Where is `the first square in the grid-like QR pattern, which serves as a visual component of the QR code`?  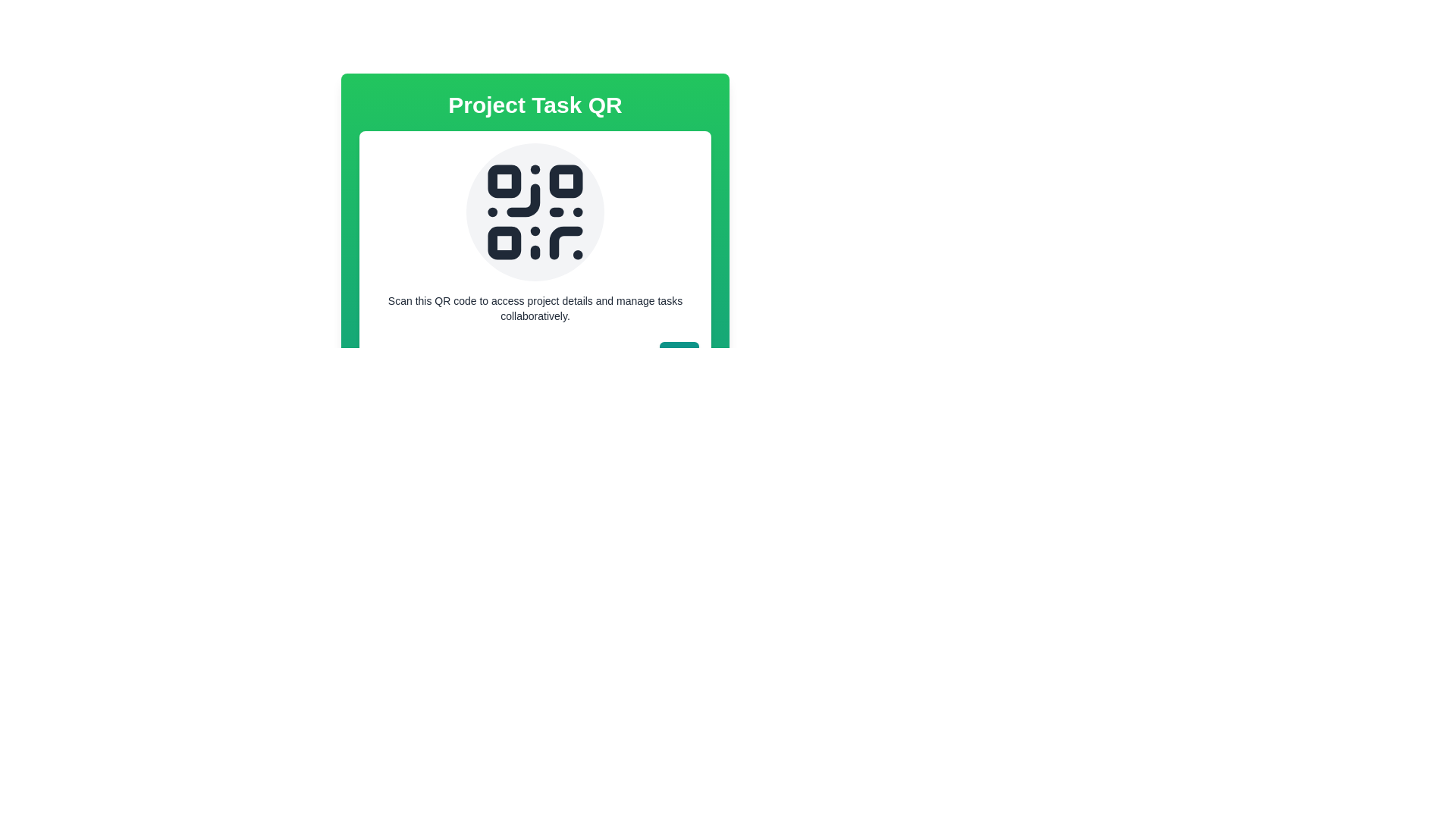
the first square in the grid-like QR pattern, which serves as a visual component of the QR code is located at coordinates (504, 180).